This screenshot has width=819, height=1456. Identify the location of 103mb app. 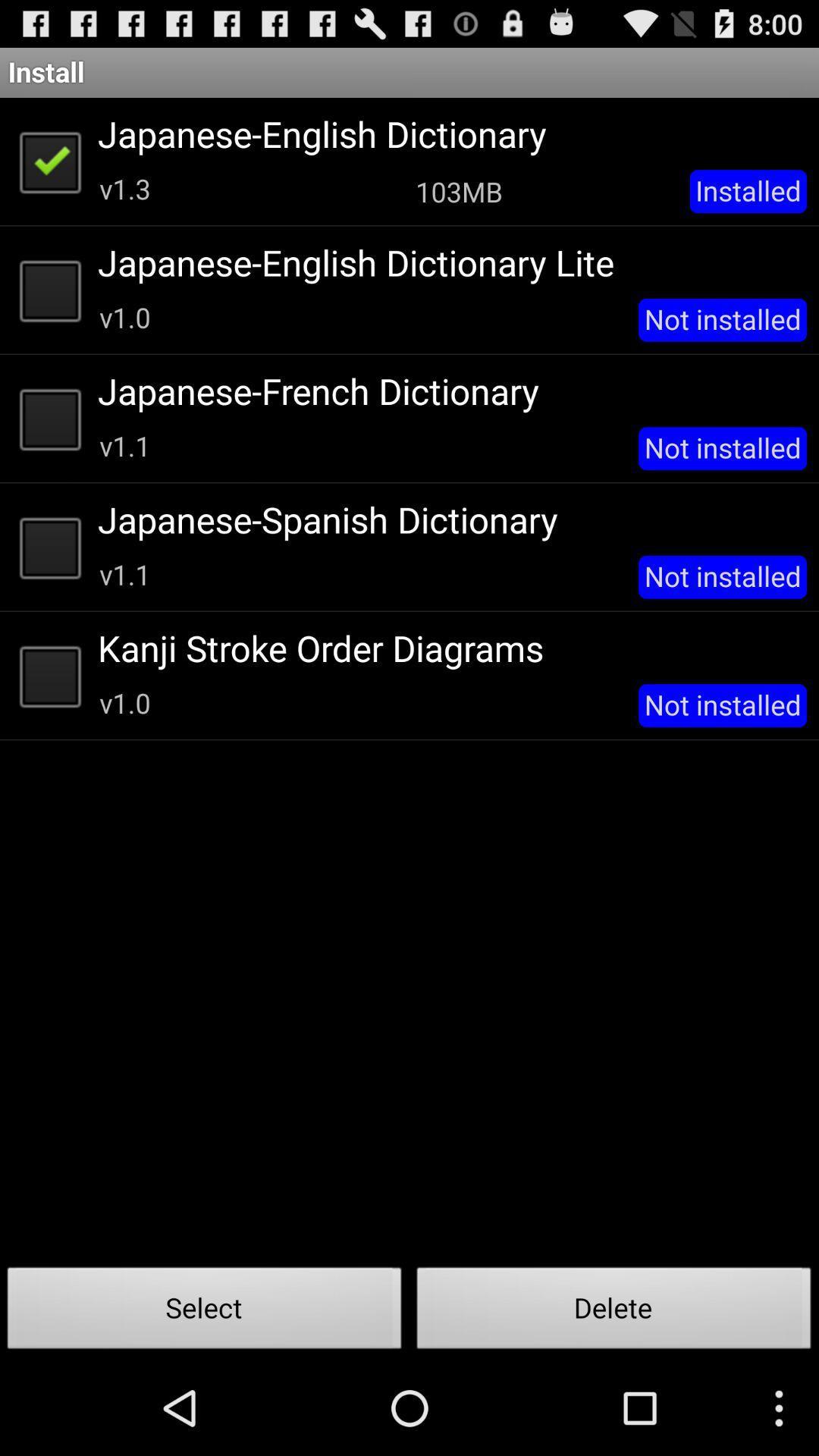
(458, 190).